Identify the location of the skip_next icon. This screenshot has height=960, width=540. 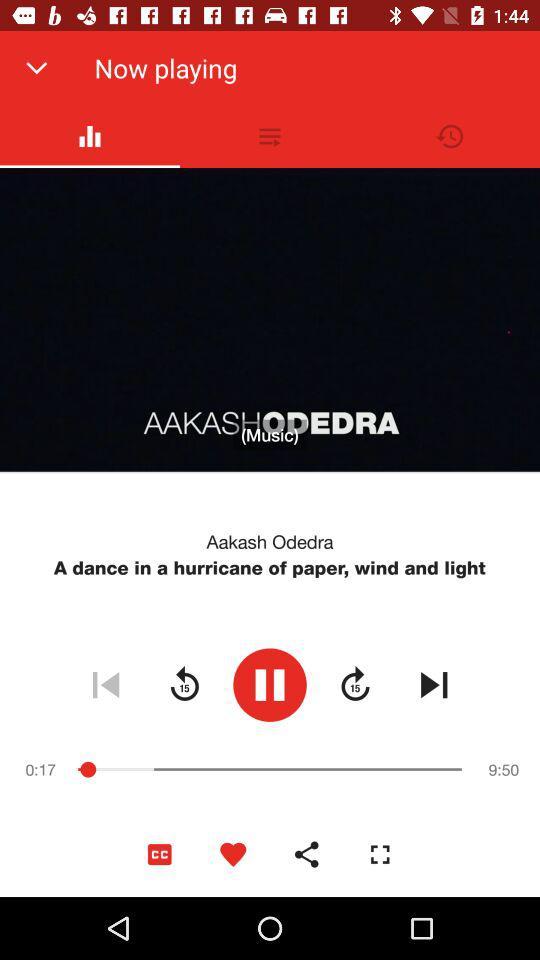
(433, 684).